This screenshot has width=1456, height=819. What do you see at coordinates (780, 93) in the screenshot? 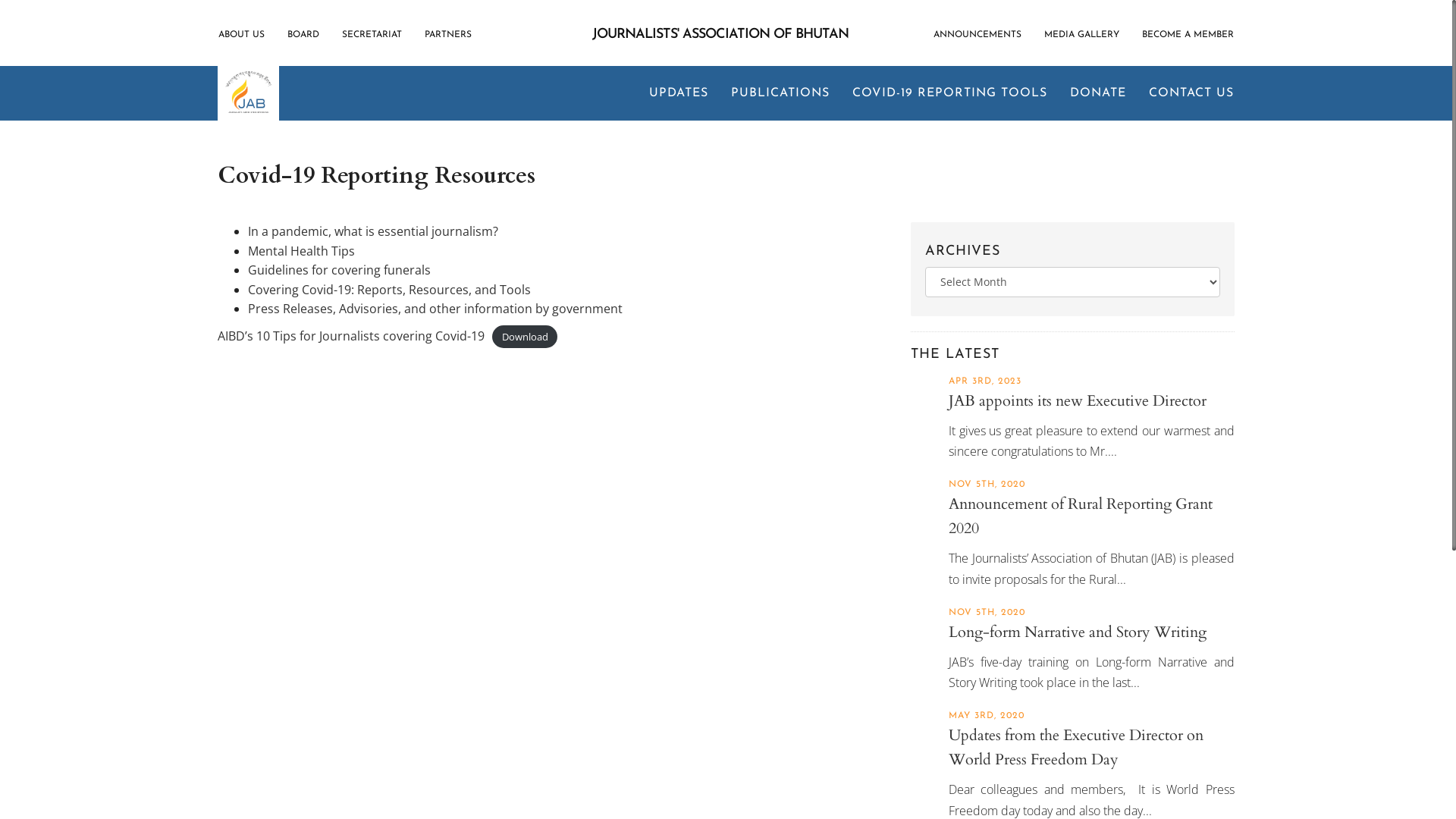
I see `'PUBLICATIONS'` at bounding box center [780, 93].